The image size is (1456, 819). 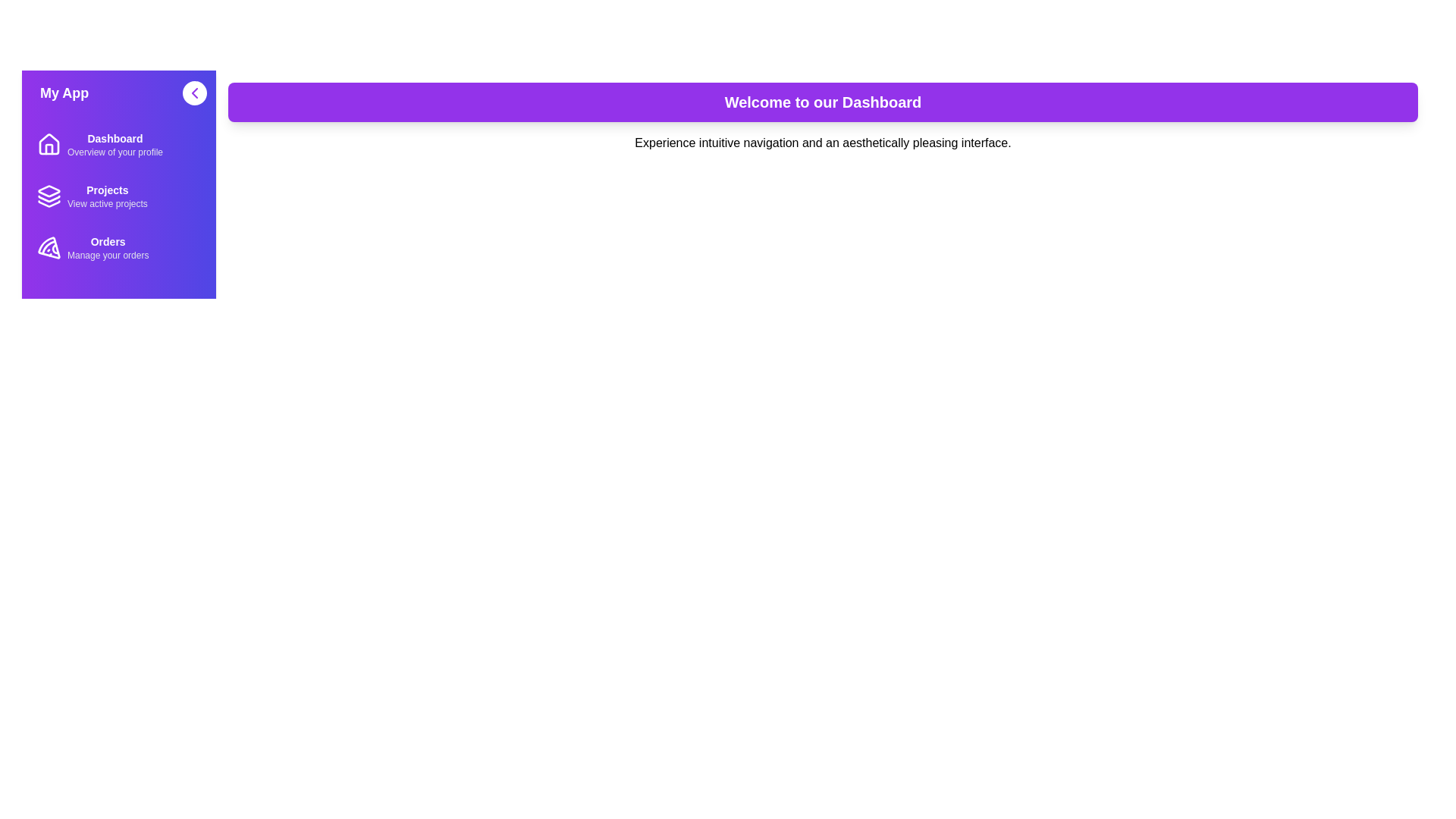 I want to click on the 'Orders' menu item to navigate, so click(x=118, y=247).